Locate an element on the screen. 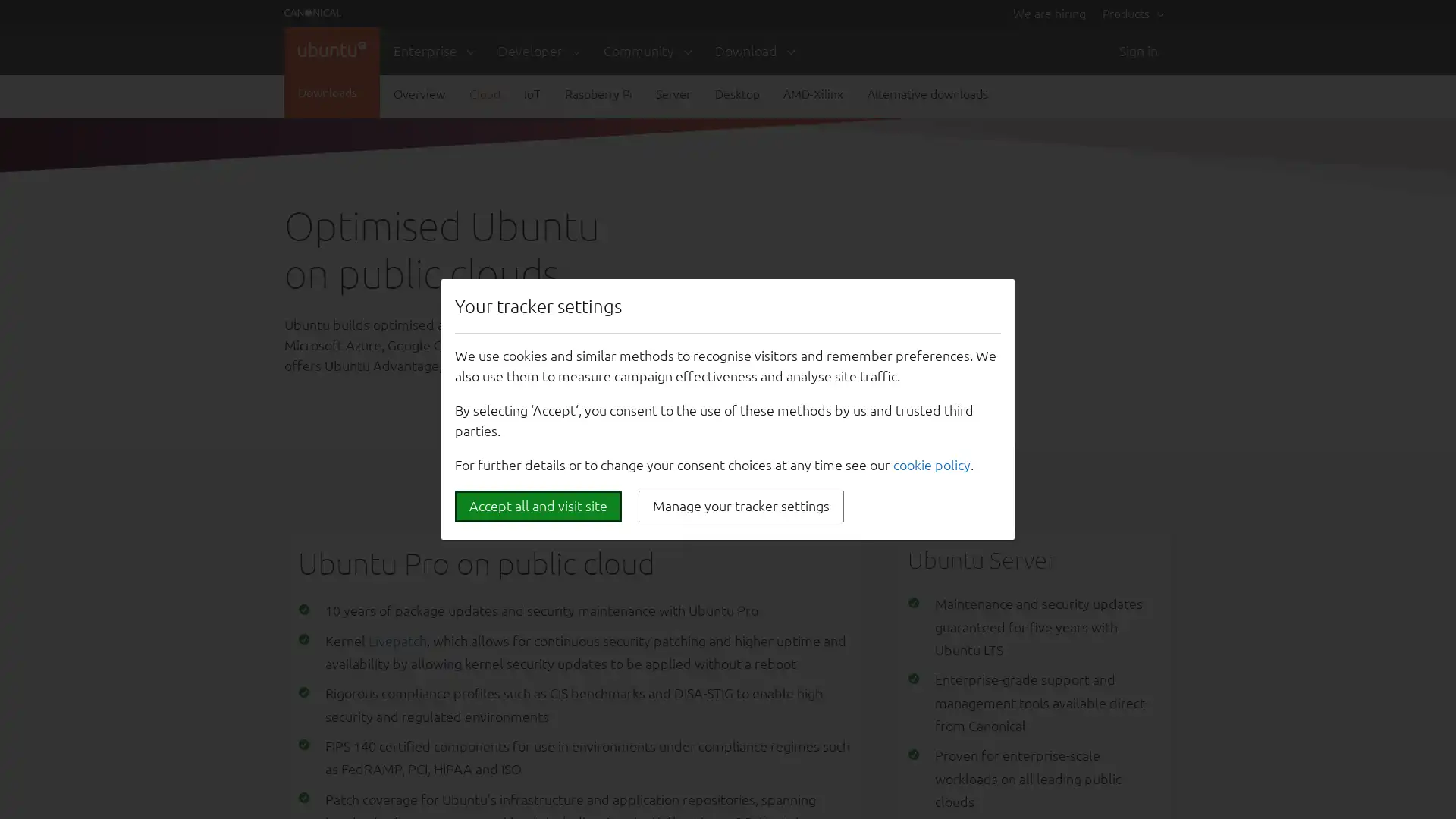 The width and height of the screenshot is (1456, 819). Accept all and visit site is located at coordinates (538, 506).